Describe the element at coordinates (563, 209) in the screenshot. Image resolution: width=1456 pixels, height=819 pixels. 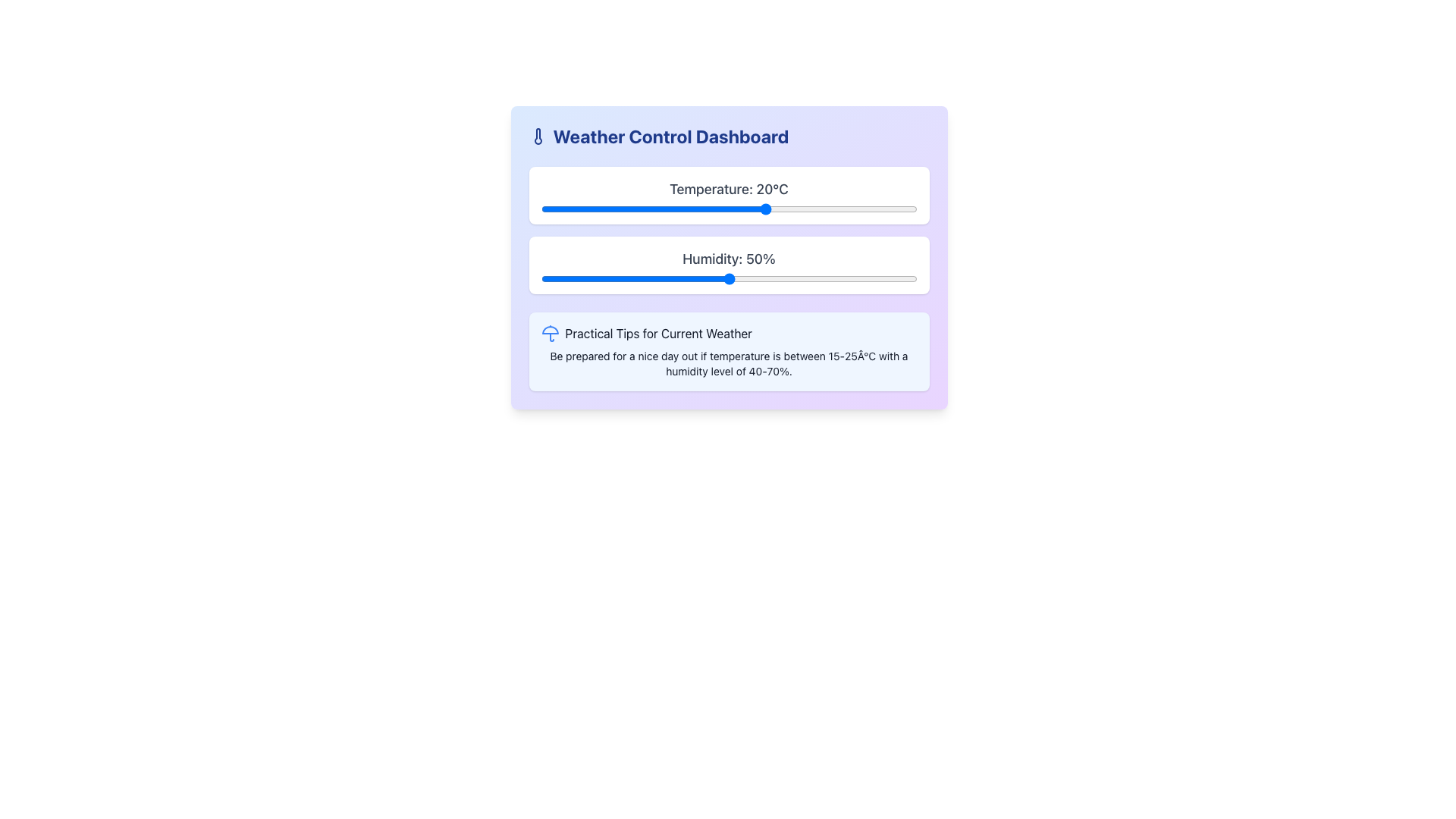
I see `the temperature` at that location.